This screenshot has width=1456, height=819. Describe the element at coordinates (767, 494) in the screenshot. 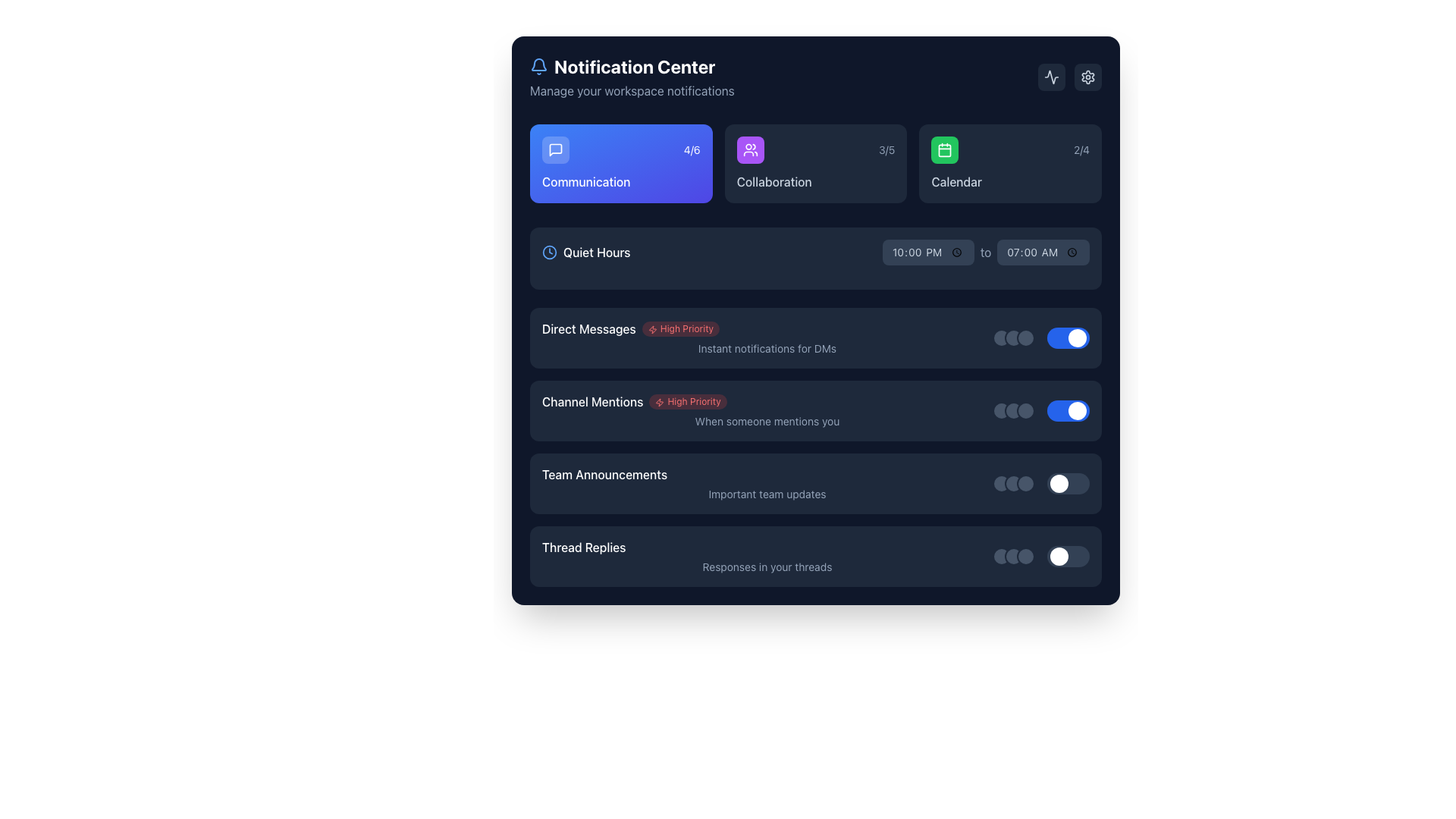

I see `the descriptive label element reading 'Important team updates', styled in light slate coloring, located below the 'Team Announcements' heading` at that location.